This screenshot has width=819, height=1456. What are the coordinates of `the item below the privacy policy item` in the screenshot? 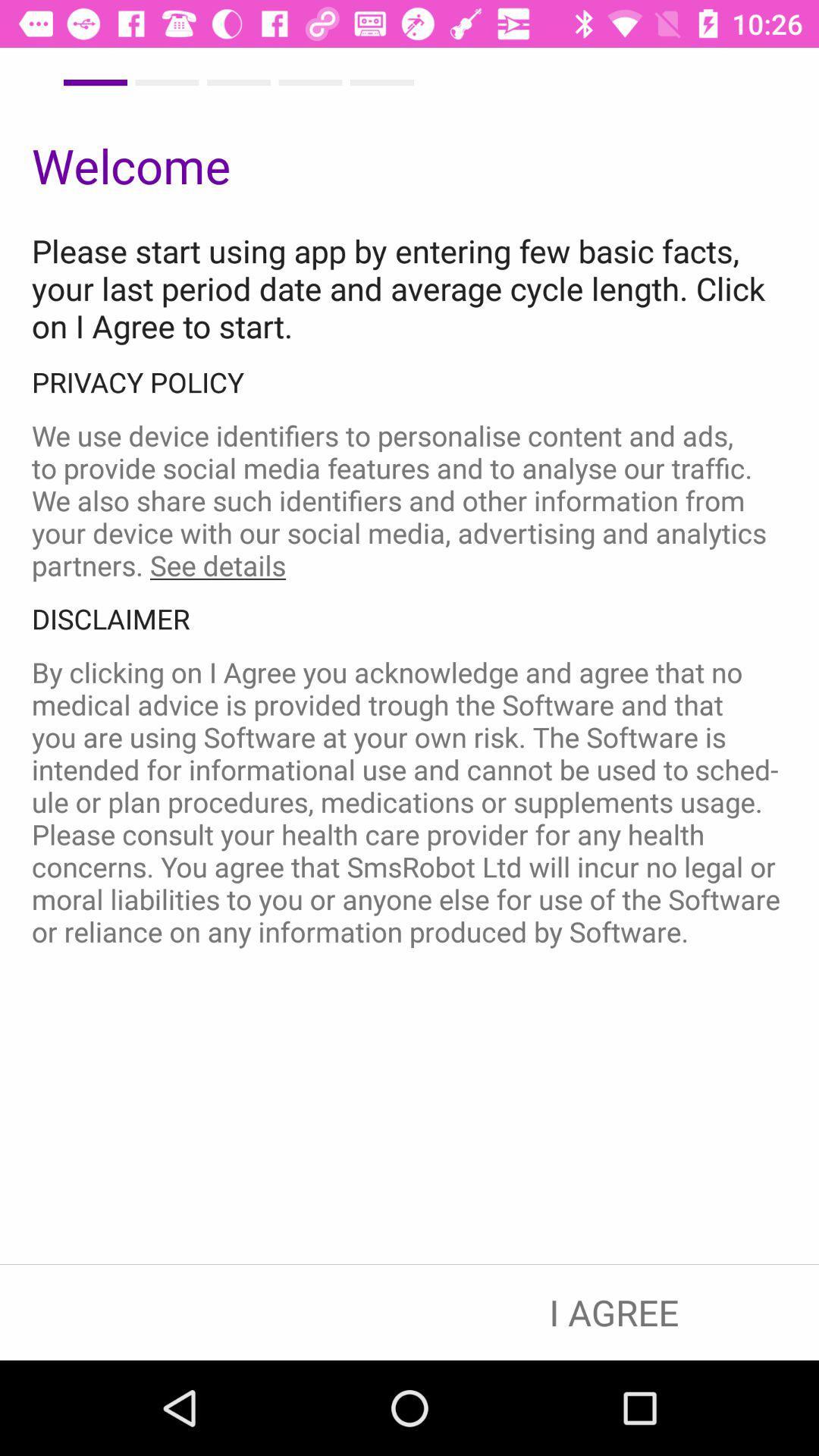 It's located at (409, 500).